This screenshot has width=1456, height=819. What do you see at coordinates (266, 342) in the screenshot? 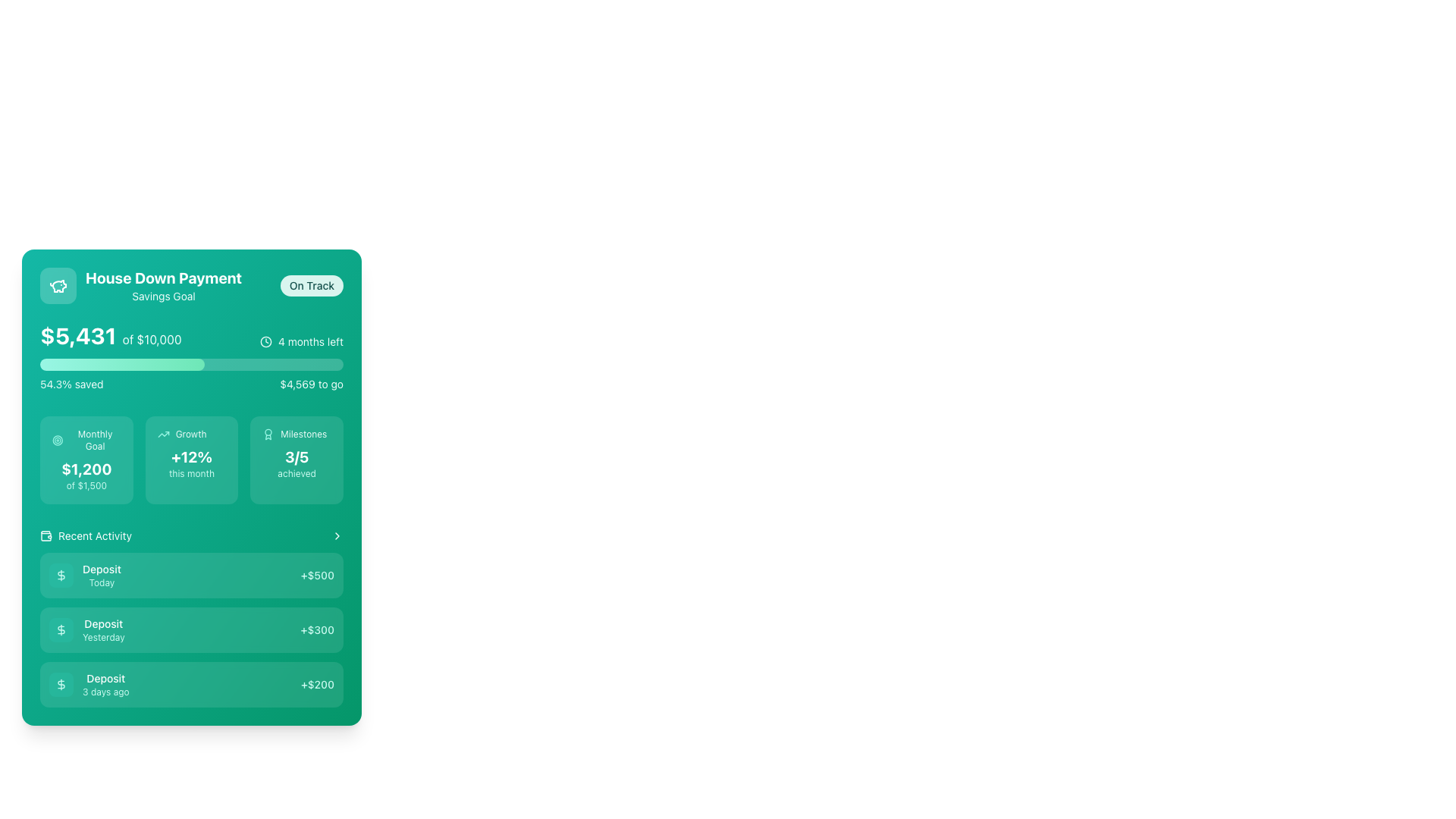
I see `the clock icon located to the left of the text '4 months left' in the upper-right portion of the green card component` at bounding box center [266, 342].